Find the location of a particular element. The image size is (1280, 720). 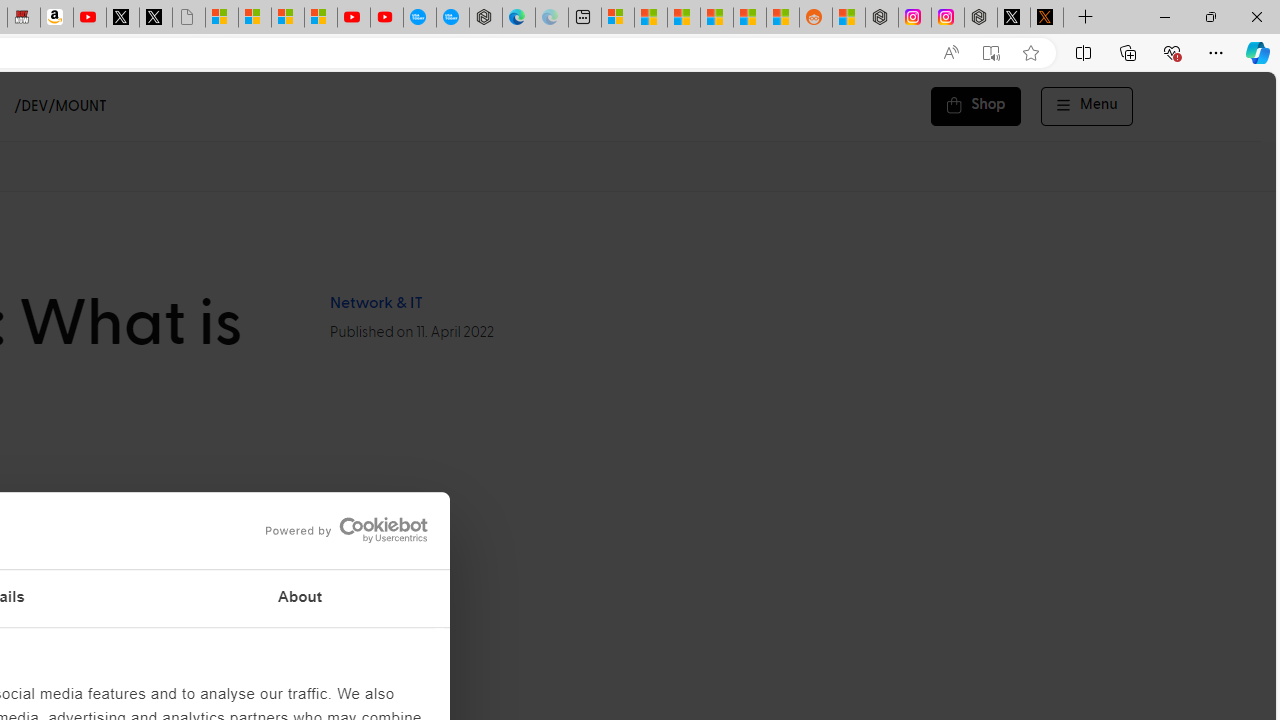

'Shanghai, China hourly forecast | Microsoft Weather' is located at coordinates (684, 17).